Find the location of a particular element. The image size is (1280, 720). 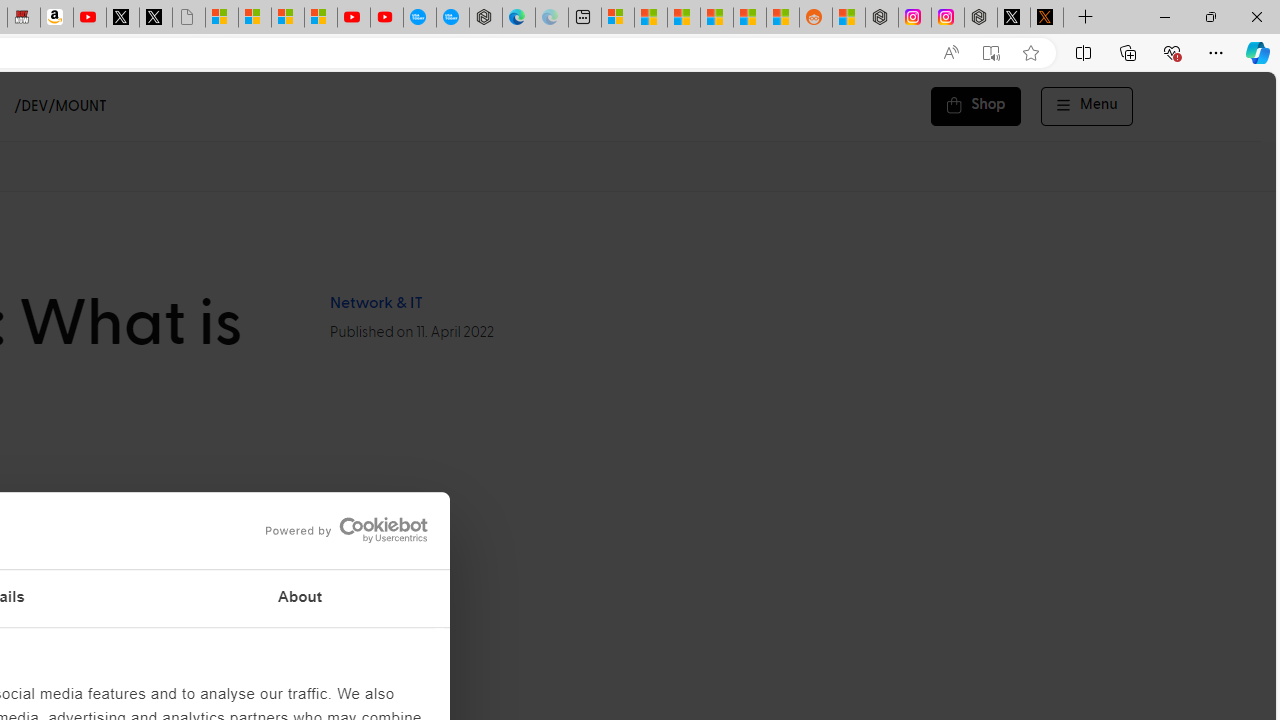

'Shanghai, China hourly forecast | Microsoft Weather' is located at coordinates (684, 17).